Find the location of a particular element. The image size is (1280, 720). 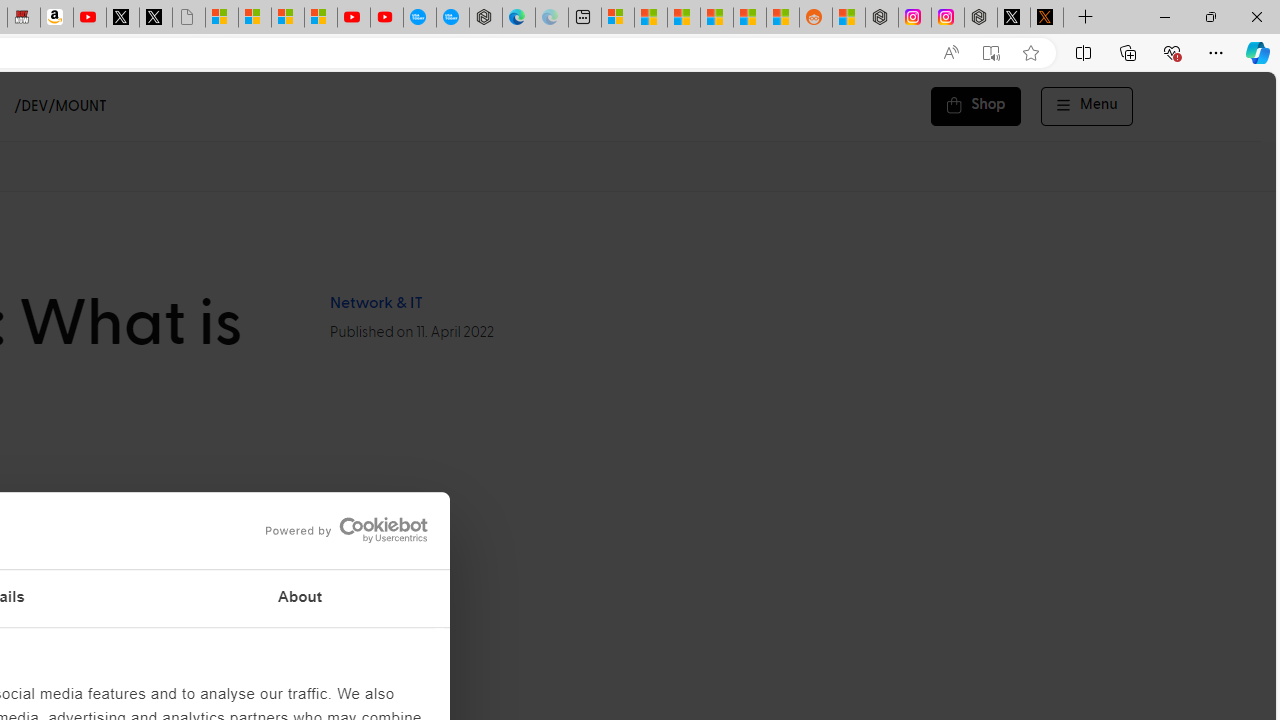

'Shanghai, China hourly forecast | Microsoft Weather' is located at coordinates (684, 17).